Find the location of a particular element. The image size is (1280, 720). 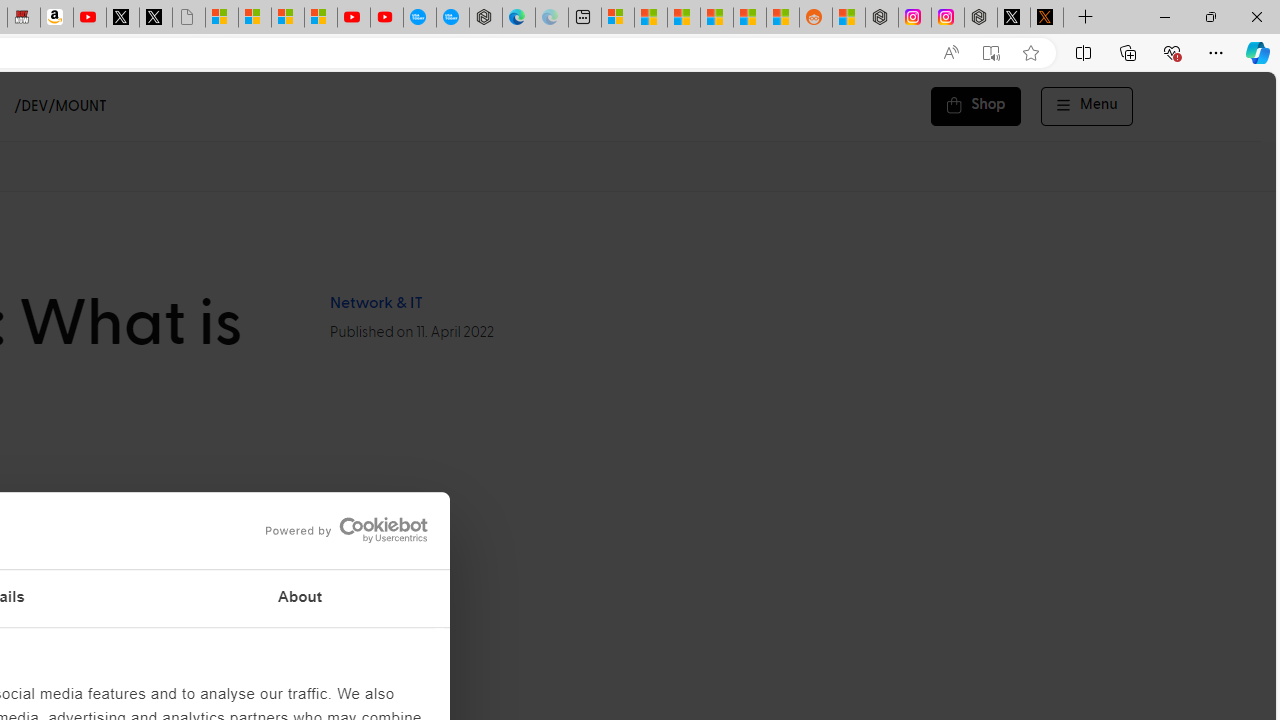

'Shanghai, China hourly forecast | Microsoft Weather' is located at coordinates (684, 17).